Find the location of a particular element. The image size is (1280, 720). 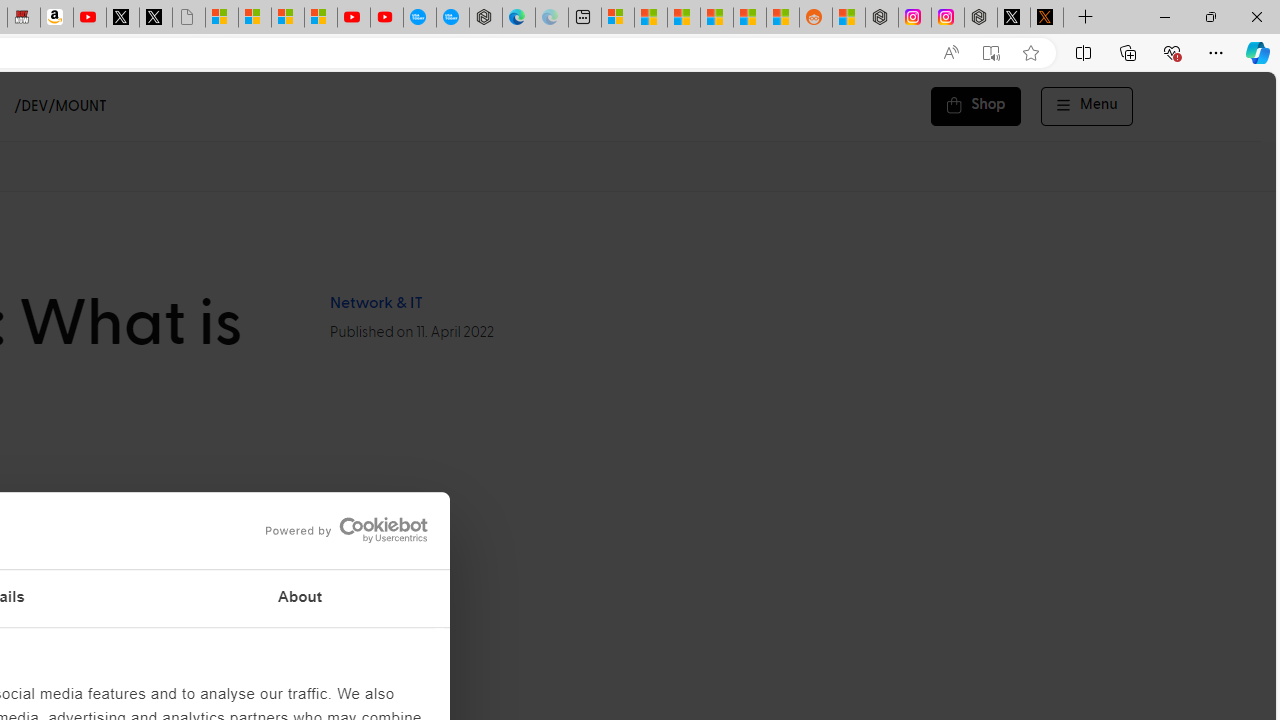

'Shanghai, China hourly forecast | Microsoft Weather' is located at coordinates (684, 17).